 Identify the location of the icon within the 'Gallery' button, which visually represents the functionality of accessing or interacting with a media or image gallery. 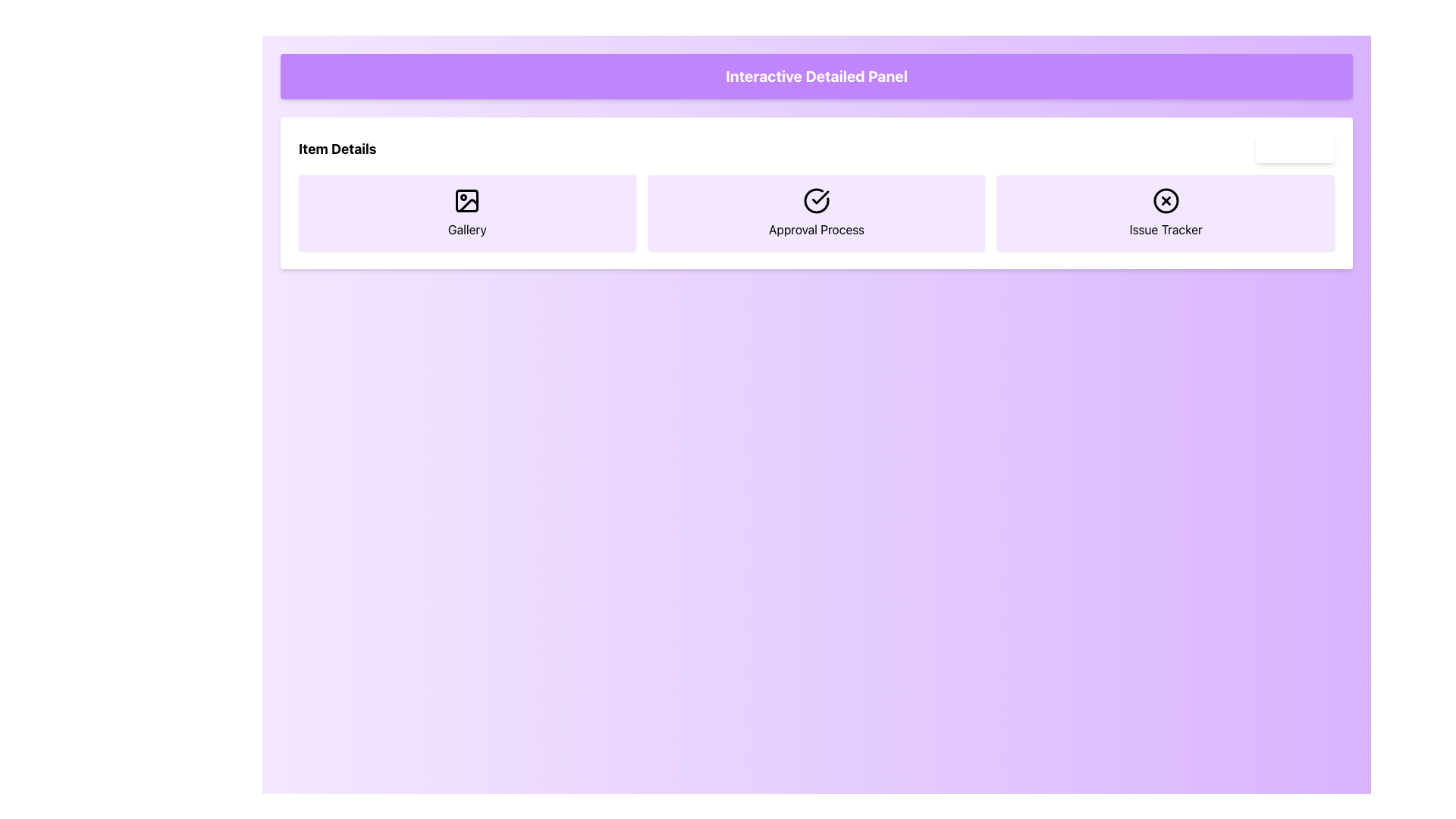
(468, 206).